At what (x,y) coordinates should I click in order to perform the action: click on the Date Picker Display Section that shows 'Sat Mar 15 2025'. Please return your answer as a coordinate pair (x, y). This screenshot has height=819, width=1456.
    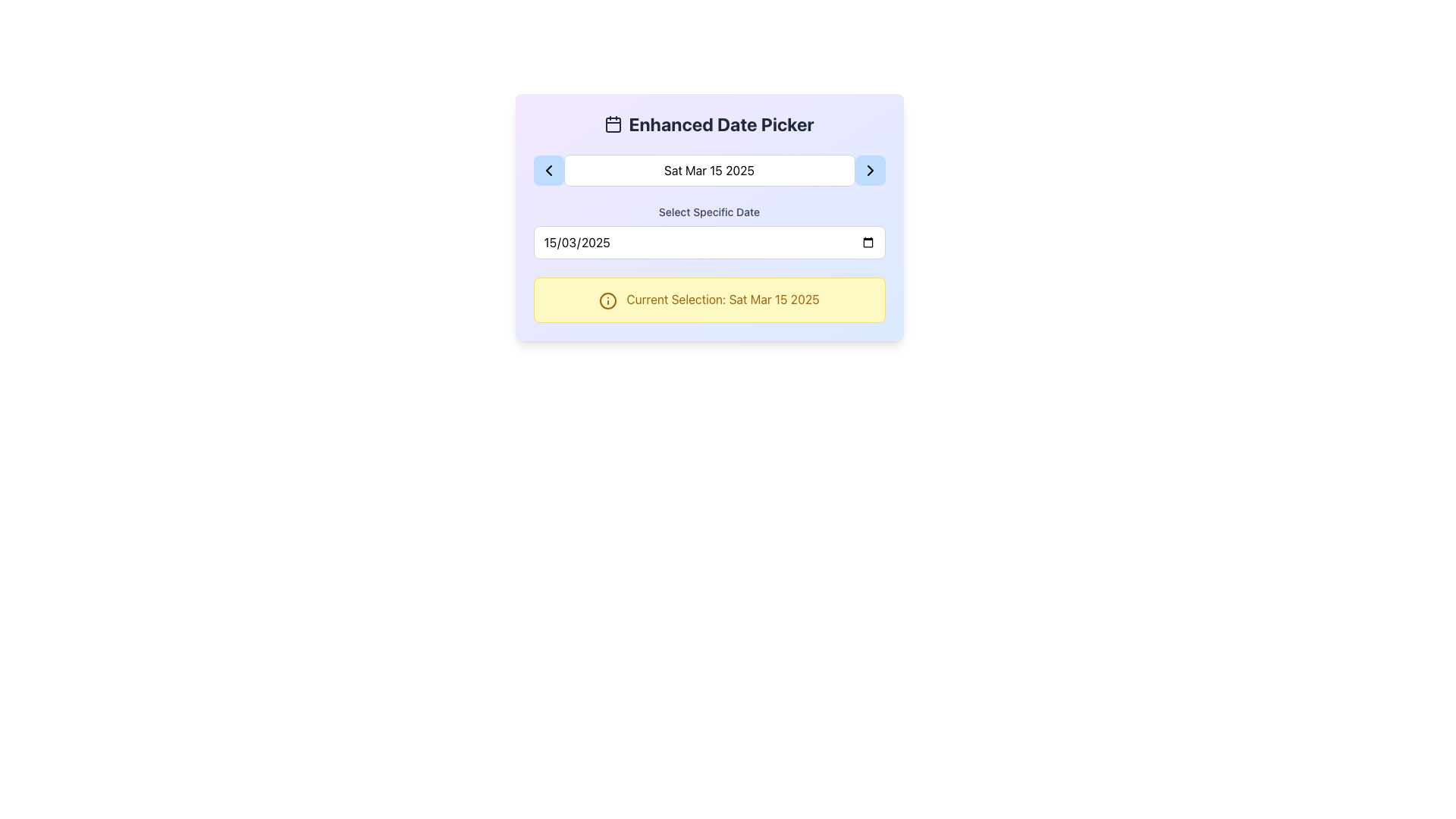
    Looking at the image, I should click on (708, 170).